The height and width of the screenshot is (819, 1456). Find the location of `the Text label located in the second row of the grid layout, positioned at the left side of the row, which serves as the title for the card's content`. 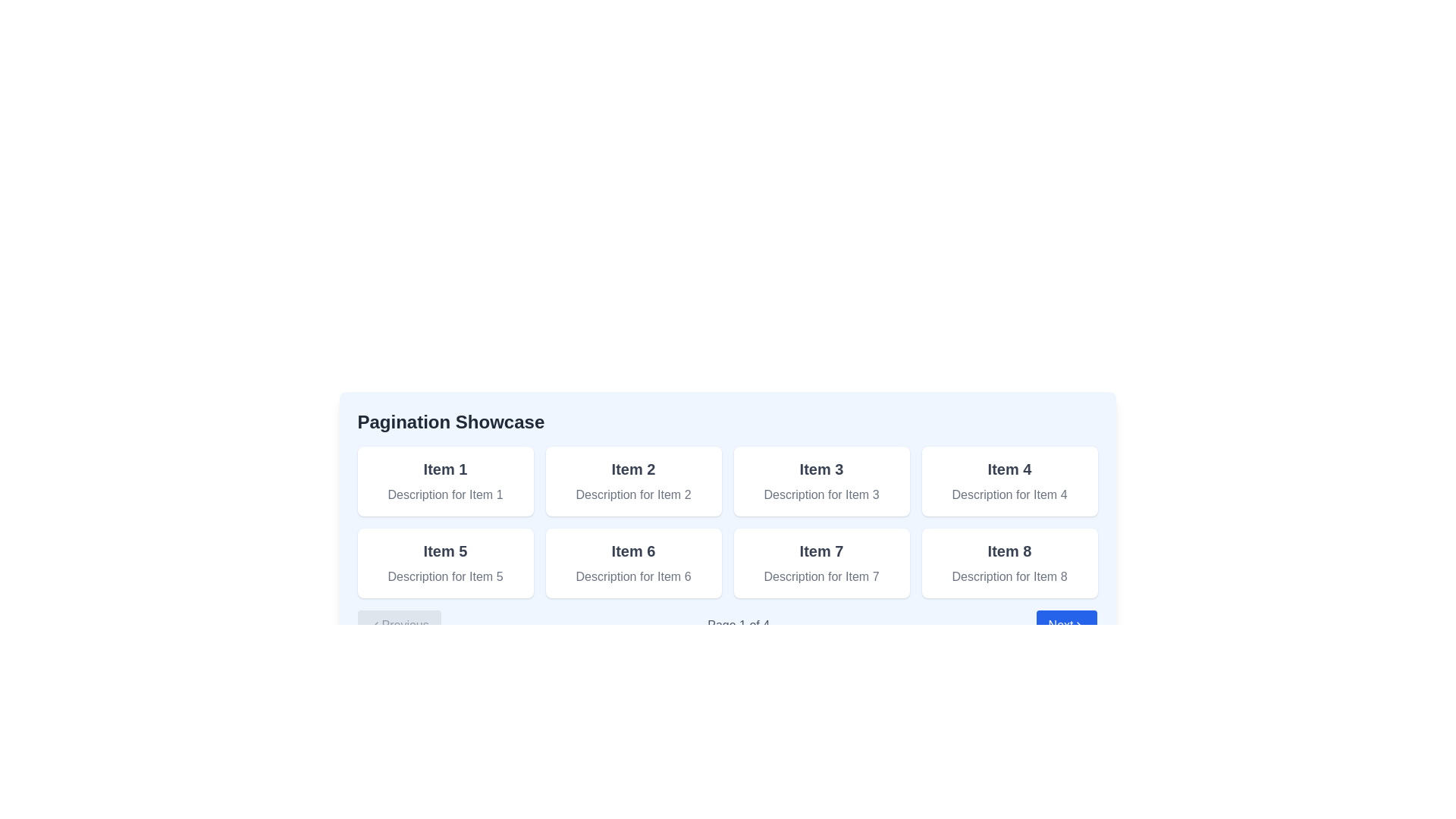

the Text label located in the second row of the grid layout, positioned at the left side of the row, which serves as the title for the card's content is located at coordinates (444, 551).